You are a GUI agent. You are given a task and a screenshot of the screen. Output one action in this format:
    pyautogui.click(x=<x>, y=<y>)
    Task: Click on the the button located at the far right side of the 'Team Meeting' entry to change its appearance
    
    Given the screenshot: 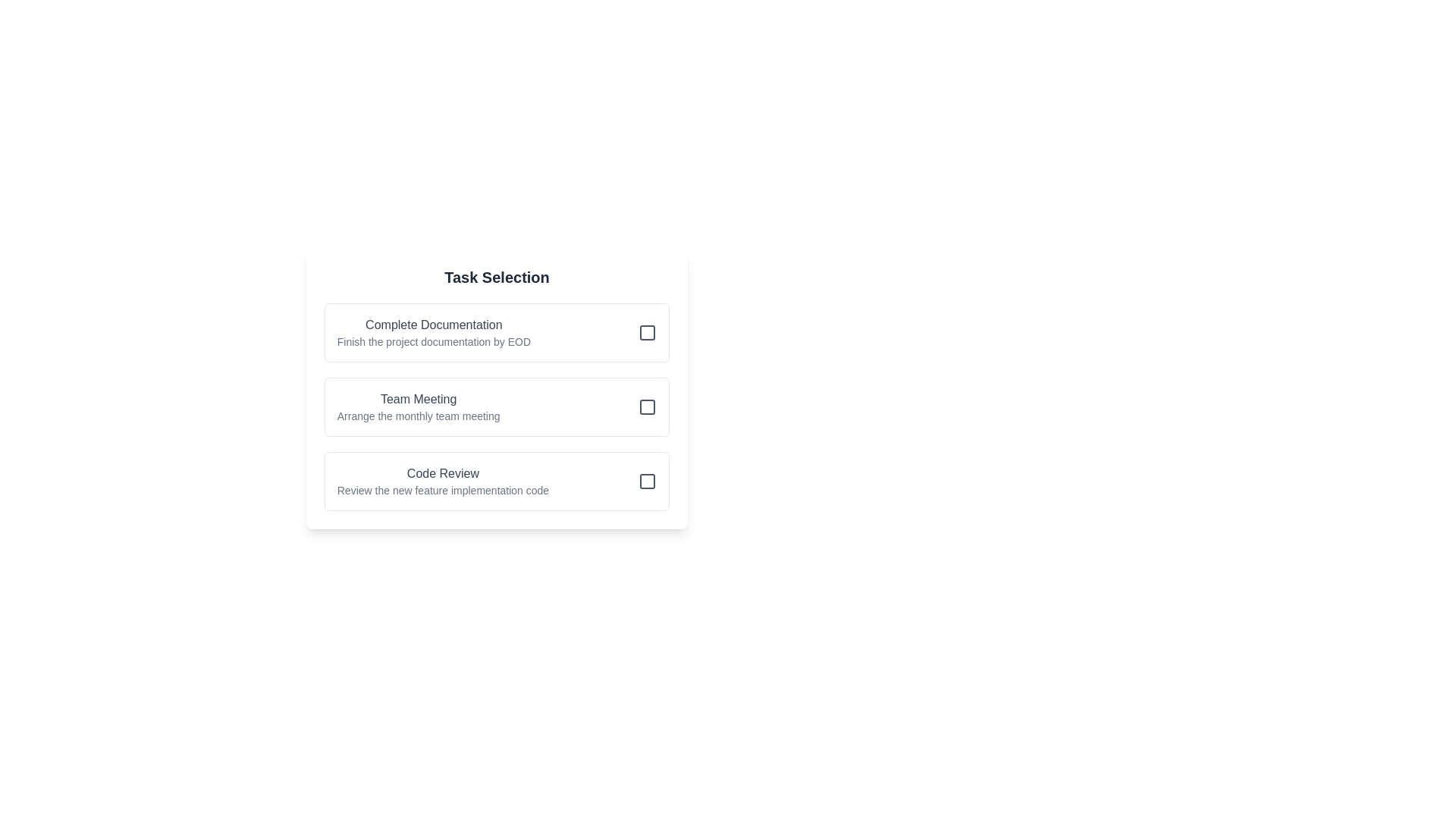 What is the action you would take?
    pyautogui.click(x=648, y=406)
    